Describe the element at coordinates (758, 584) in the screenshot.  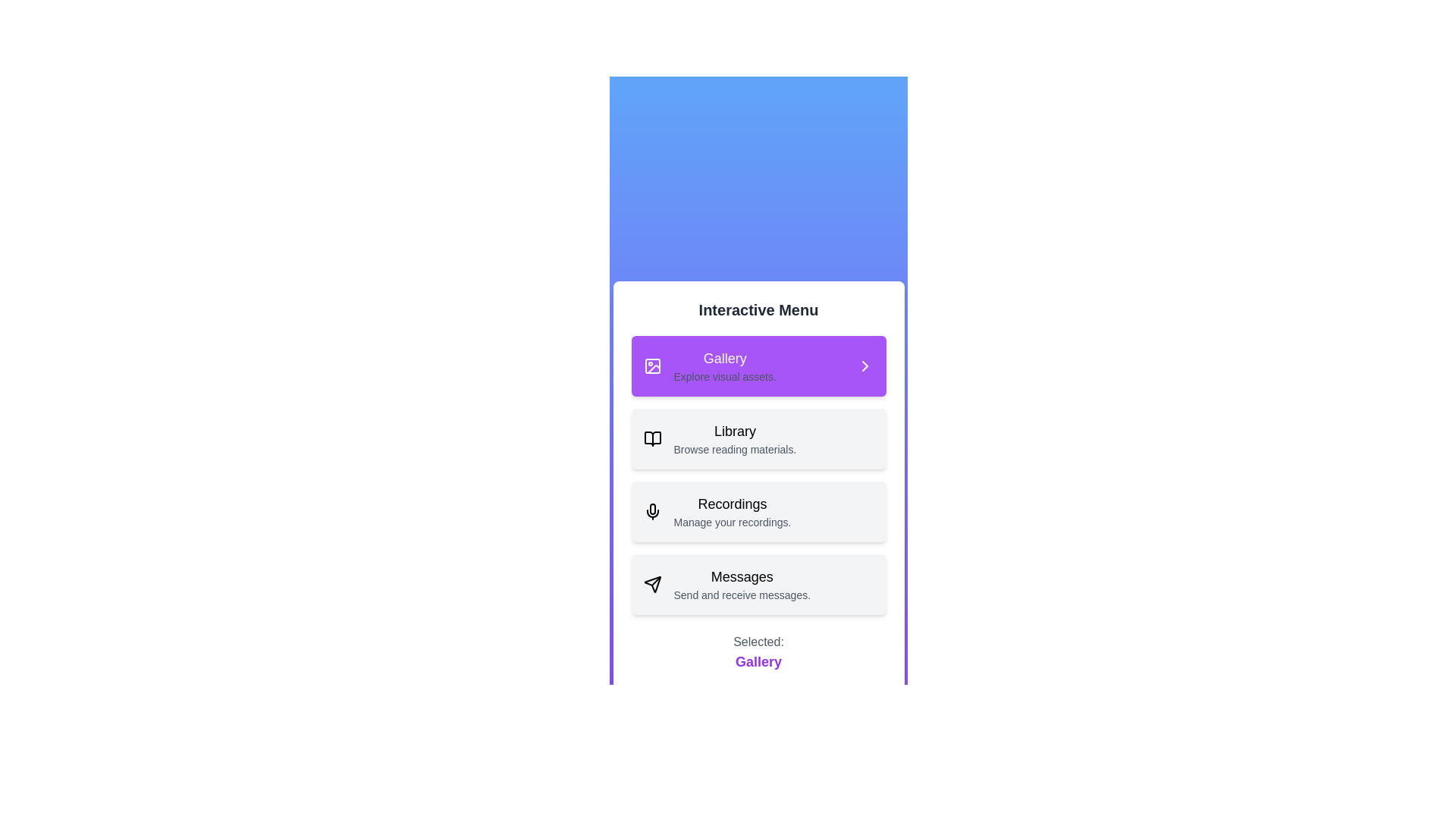
I see `the menu item Messages` at that location.